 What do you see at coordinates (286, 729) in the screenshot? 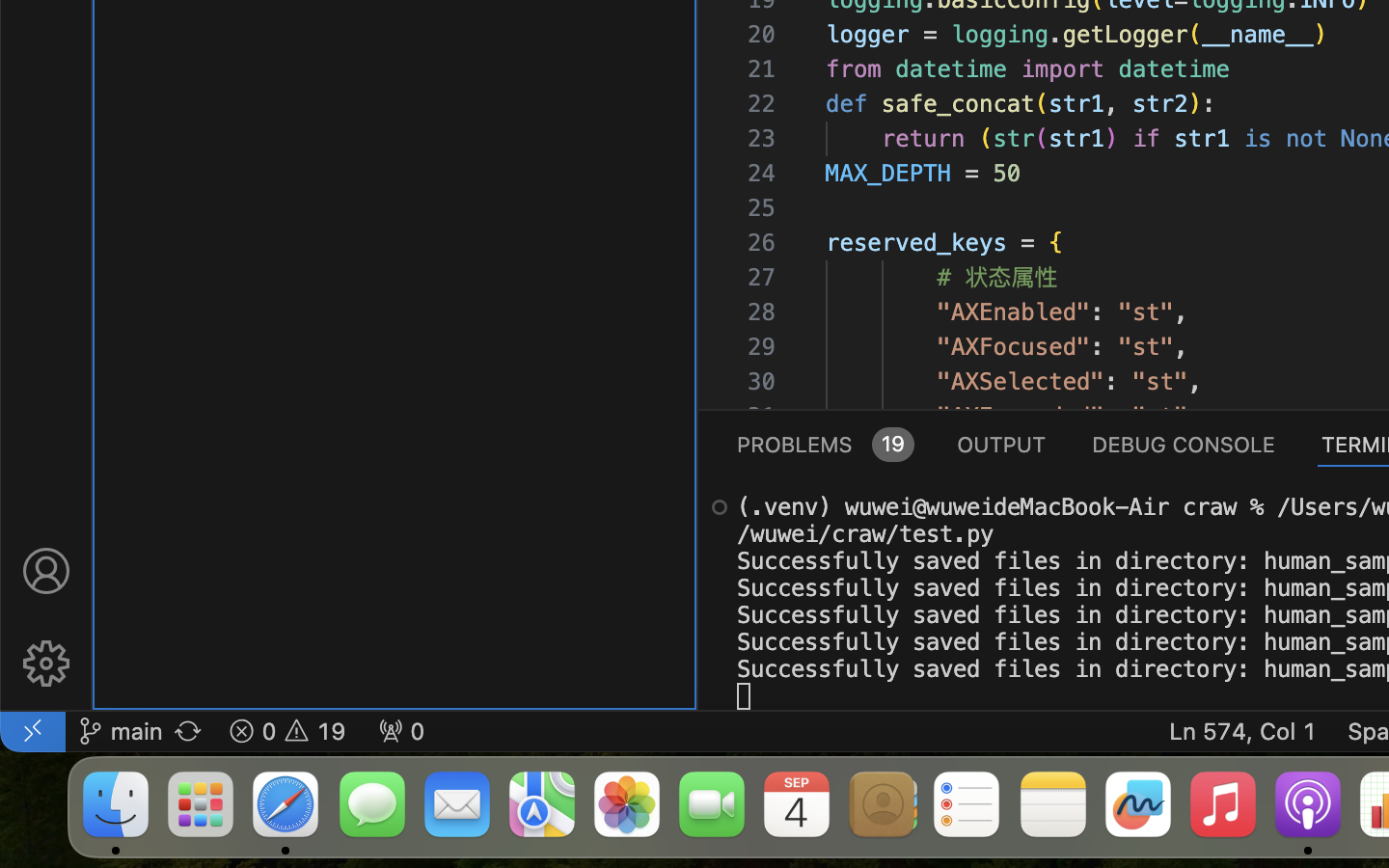
I see `'19  0 '` at bounding box center [286, 729].